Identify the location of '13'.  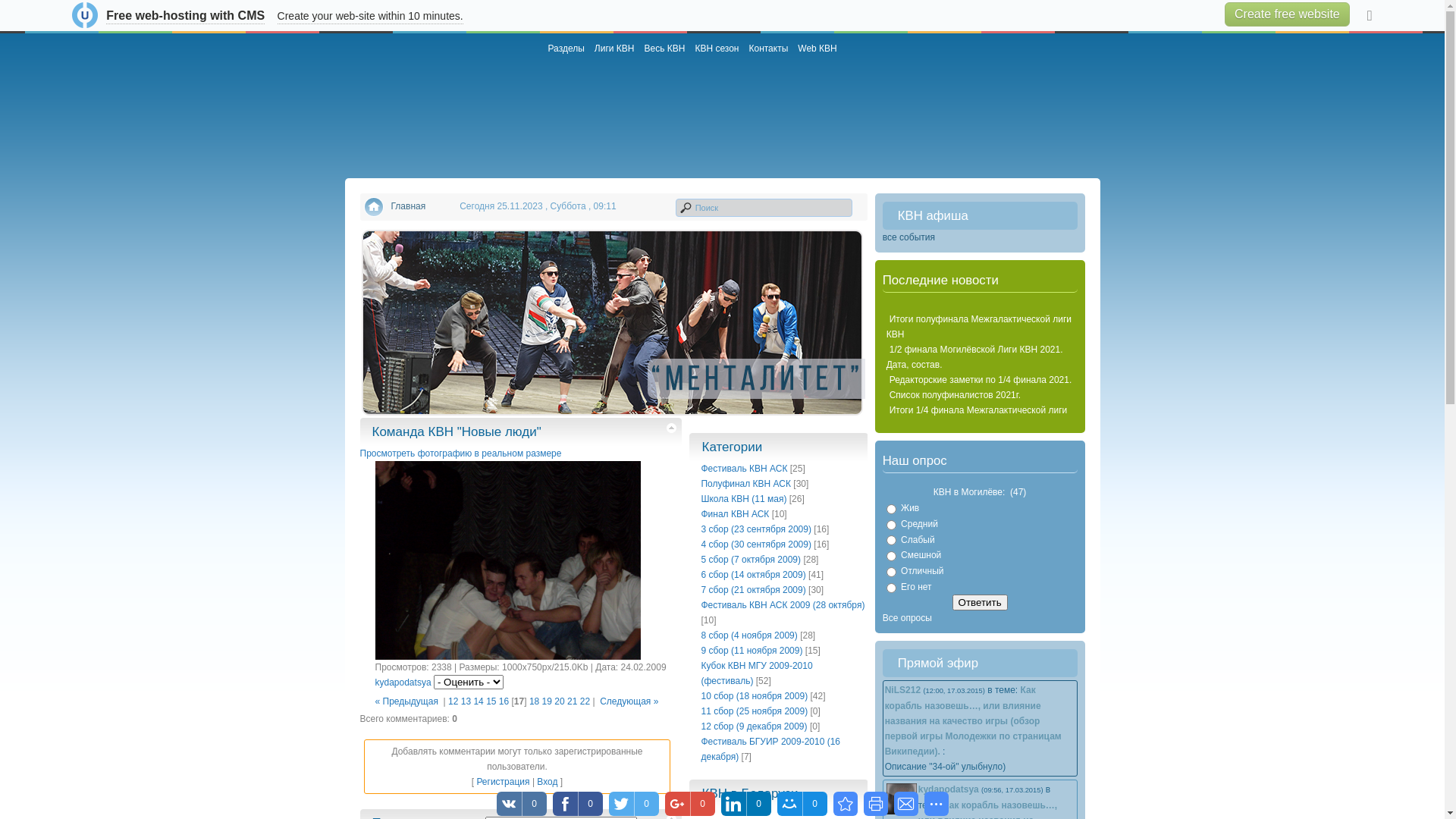
(465, 701).